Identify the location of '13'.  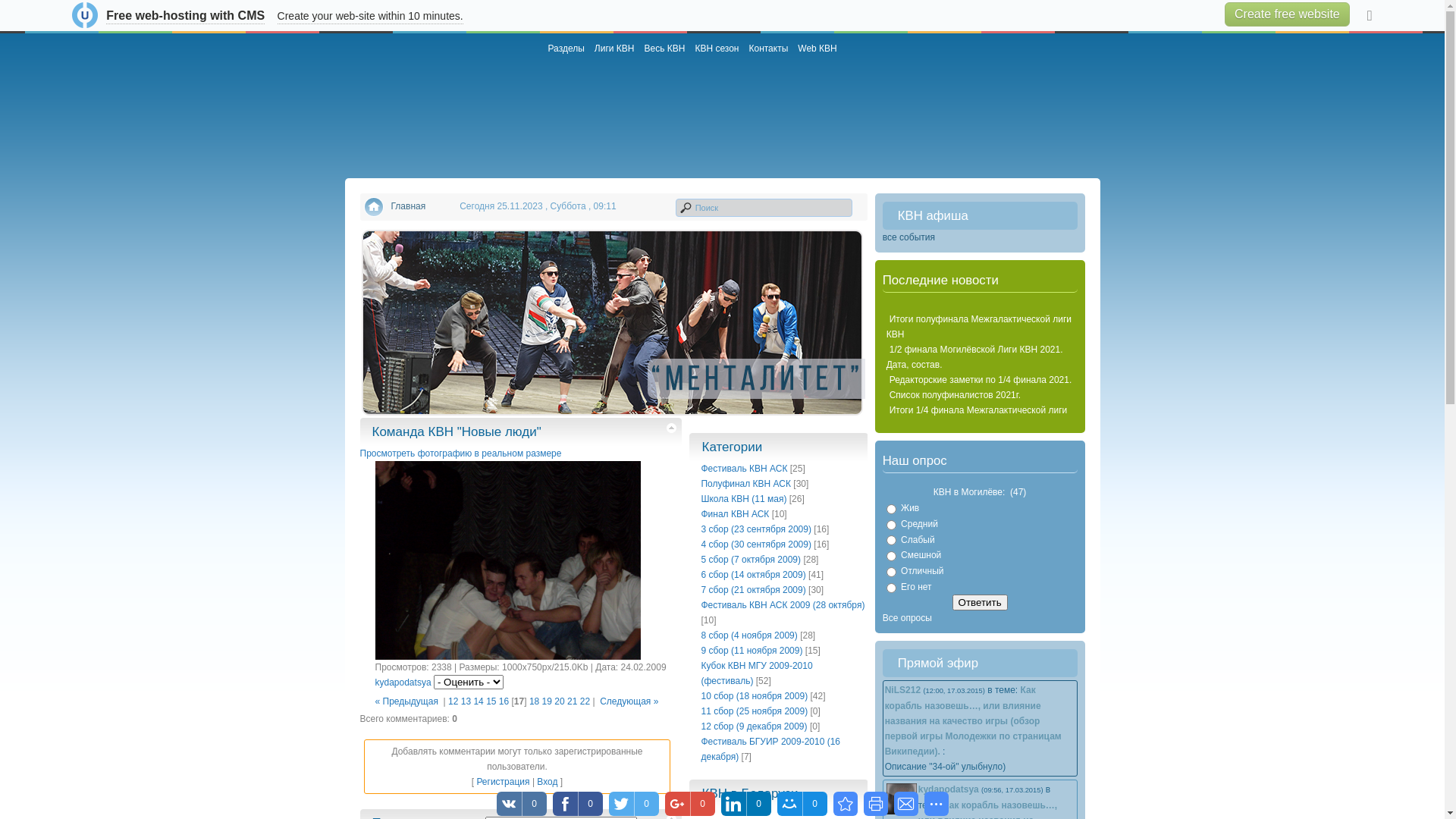
(465, 701).